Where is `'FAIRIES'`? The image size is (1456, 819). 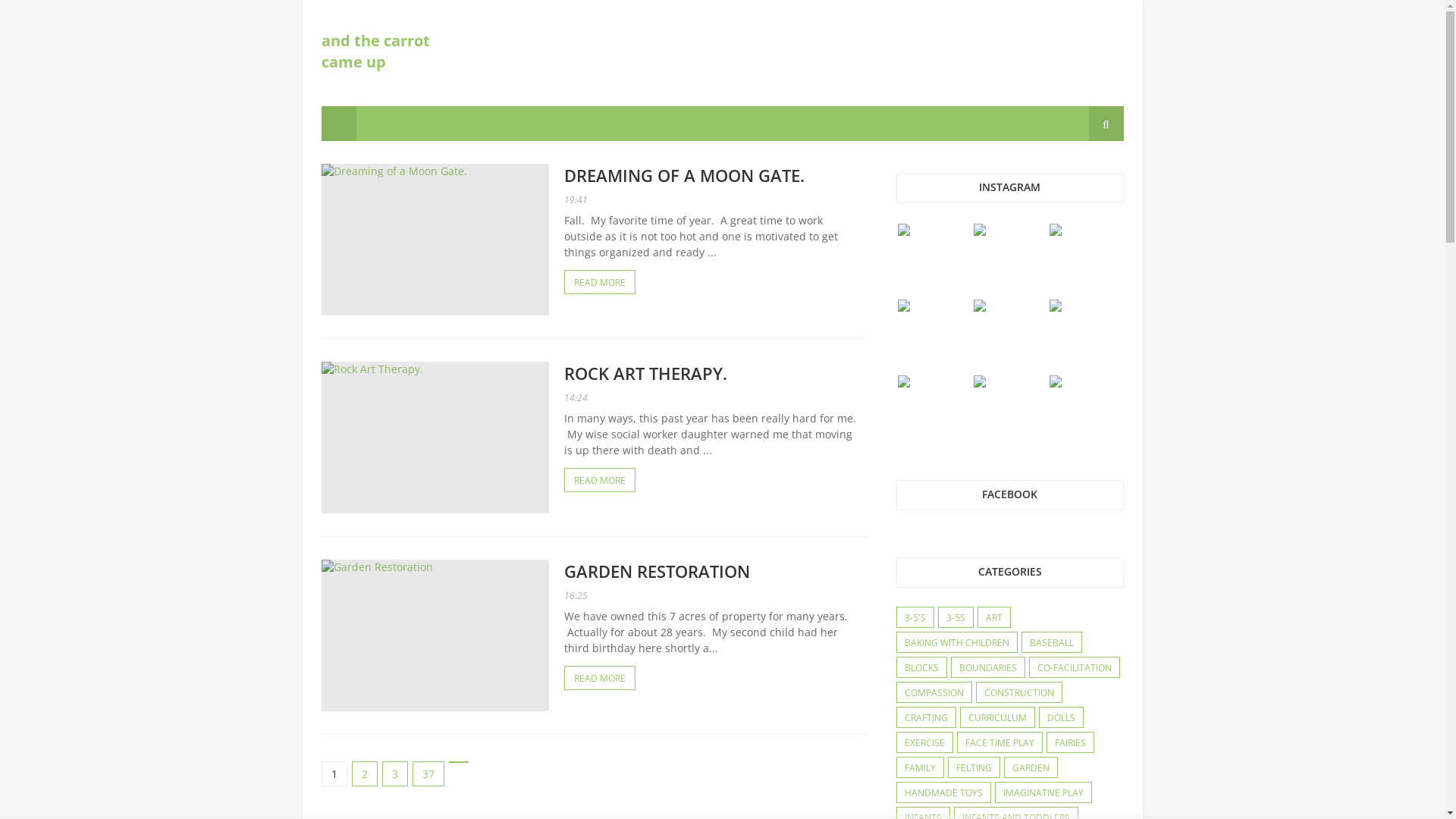 'FAIRIES' is located at coordinates (1046, 742).